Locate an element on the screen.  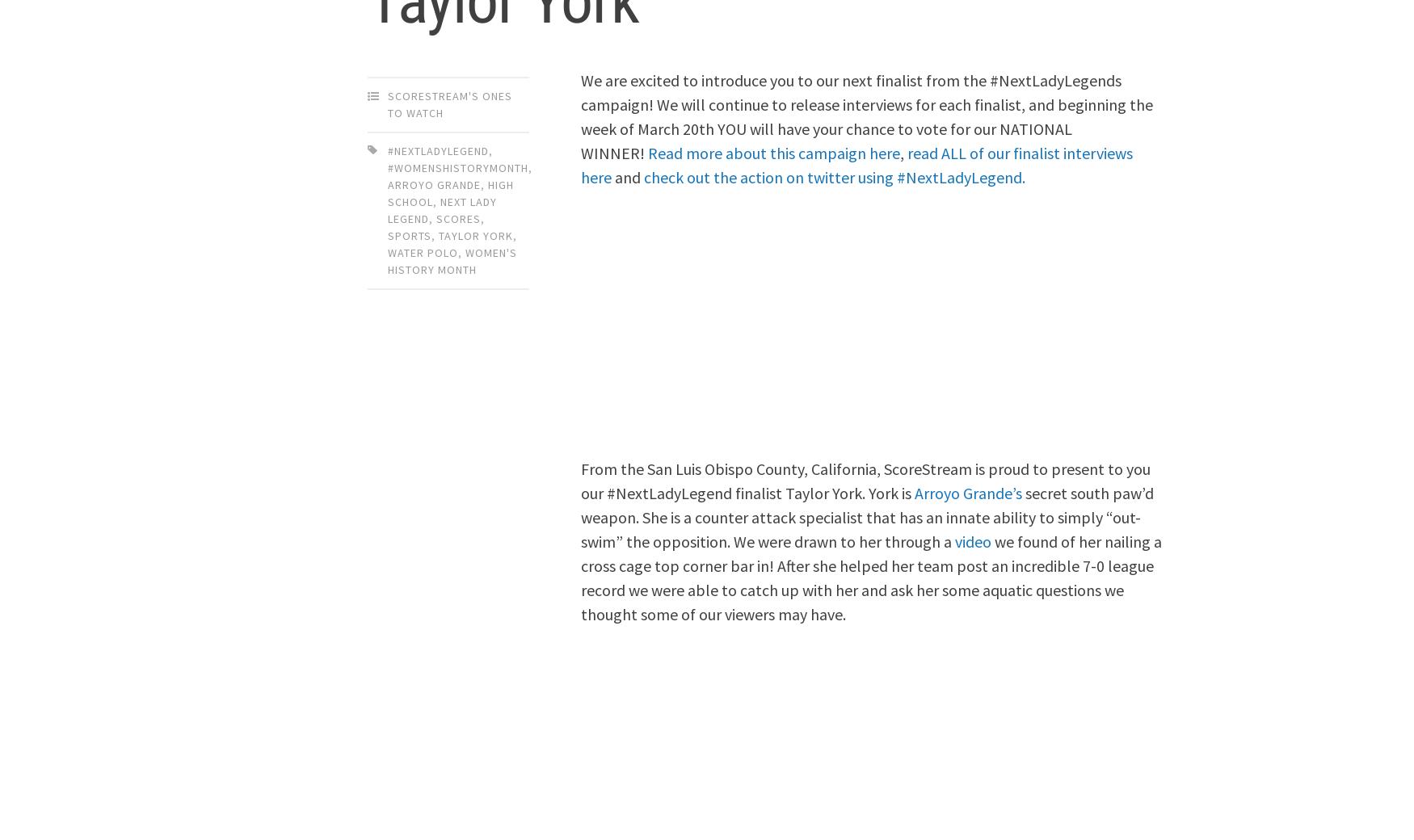
'Arroyo Grande’s' is located at coordinates (968, 491).